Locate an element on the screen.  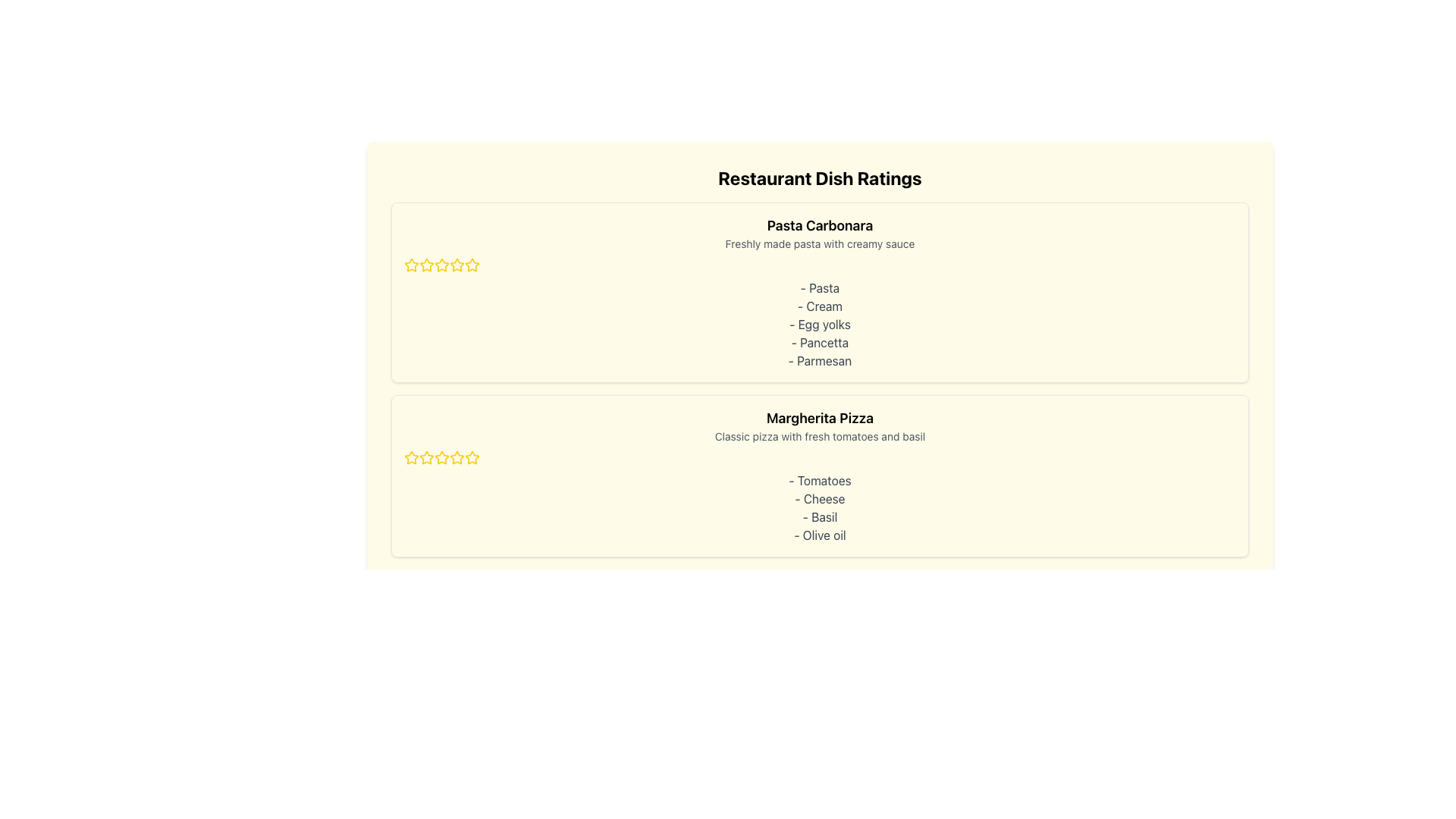
the text label displaying 'Cheese' in a vertical list of ingredients under 'Margherita Pizza', located directly below 'Tomatoes' is located at coordinates (819, 499).